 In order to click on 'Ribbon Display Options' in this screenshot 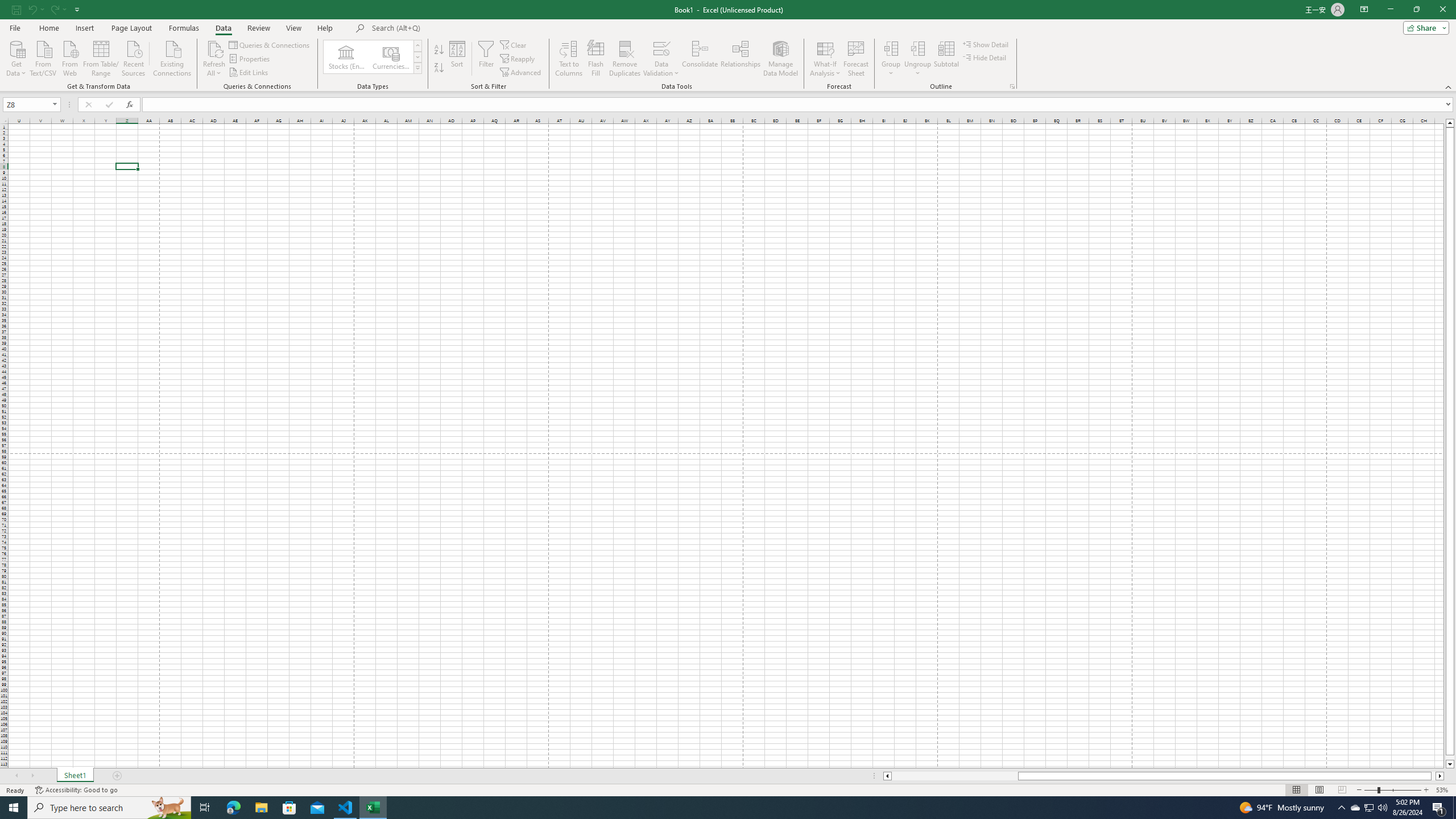, I will do `click(1363, 9)`.